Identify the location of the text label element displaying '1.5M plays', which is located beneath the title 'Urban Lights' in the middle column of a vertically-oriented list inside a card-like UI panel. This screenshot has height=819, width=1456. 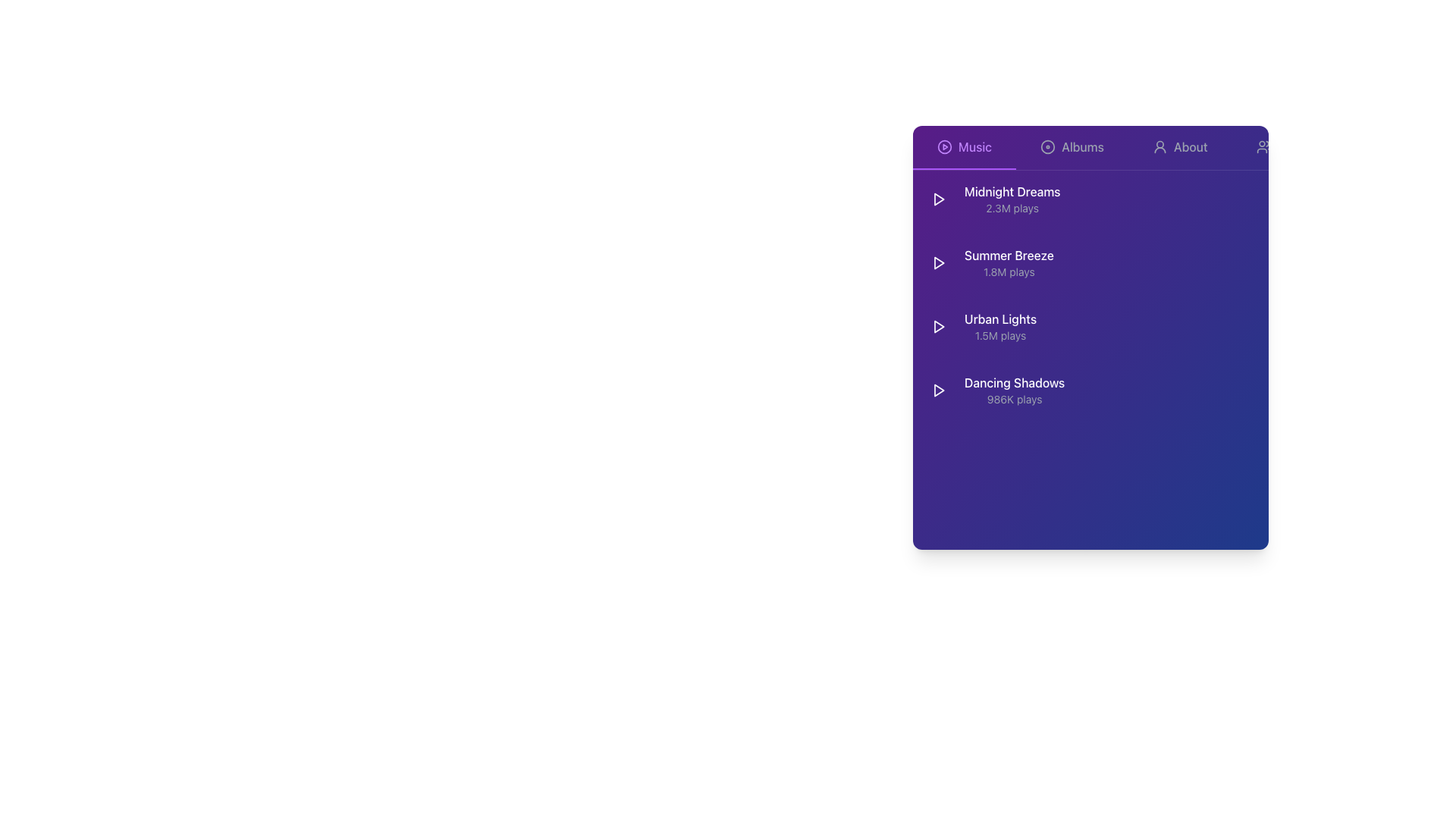
(1000, 335).